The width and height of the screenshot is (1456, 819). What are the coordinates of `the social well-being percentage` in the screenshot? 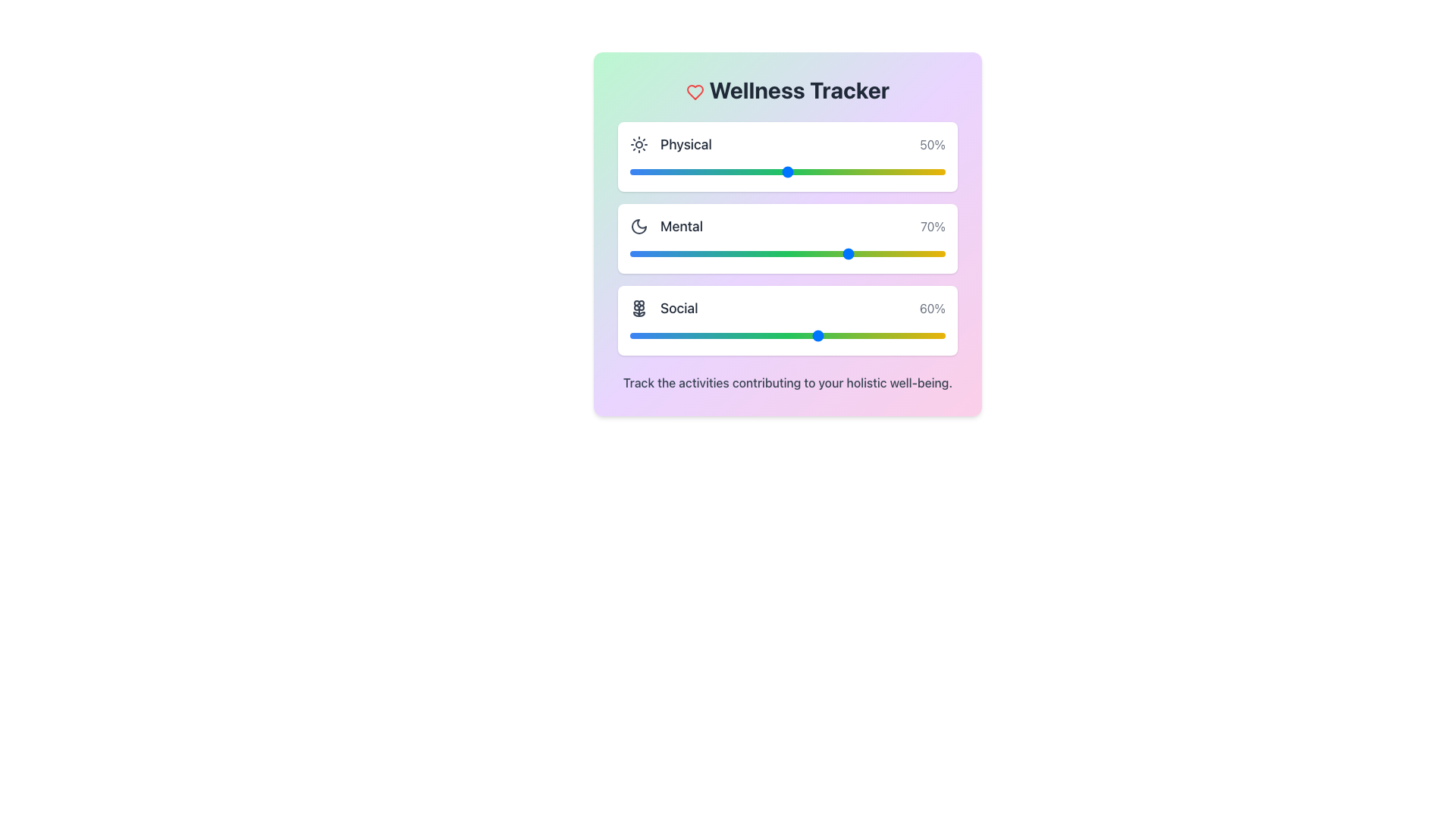 It's located at (922, 335).